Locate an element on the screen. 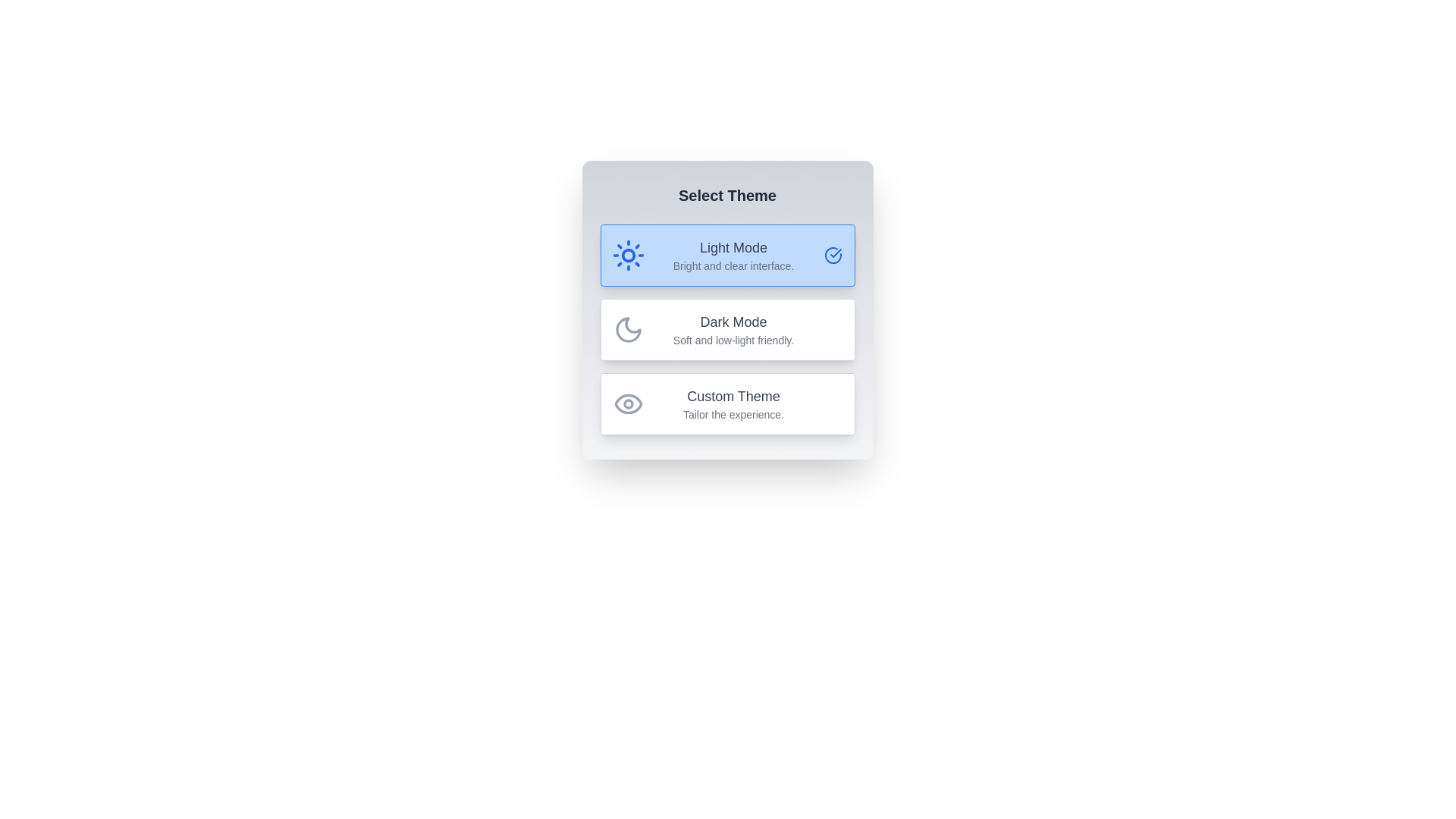 The width and height of the screenshot is (1456, 819). text label that indicates the content or purpose of the surrounding theme selection options, located at the top of the header section is located at coordinates (726, 195).